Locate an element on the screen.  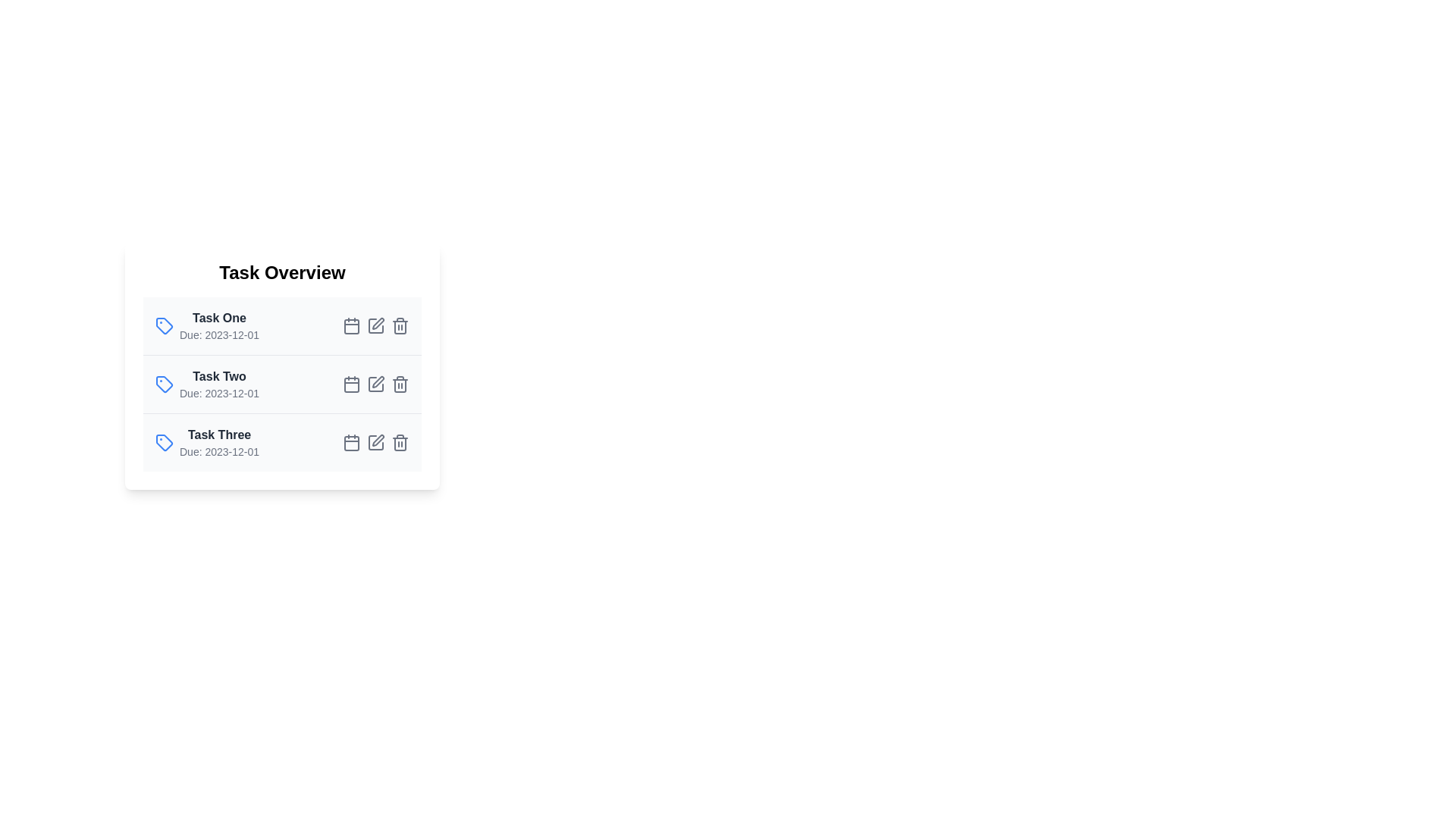
the static text label displaying 'Due: 2023-12-01', which is located directly below the text 'Task Two' in a lighter color shade, indicating its due date information is located at coordinates (218, 393).